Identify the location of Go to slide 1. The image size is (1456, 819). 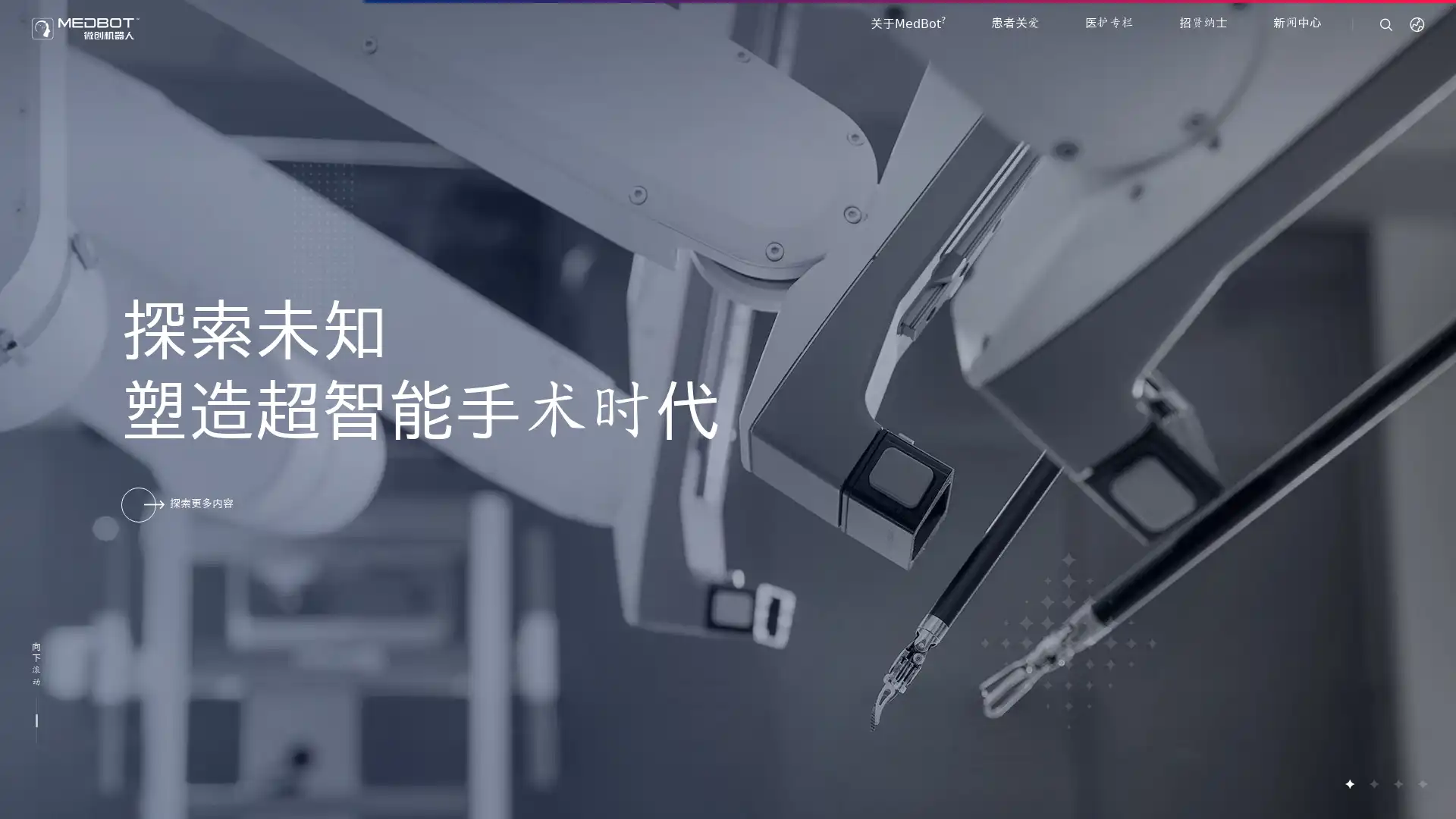
(1349, 783).